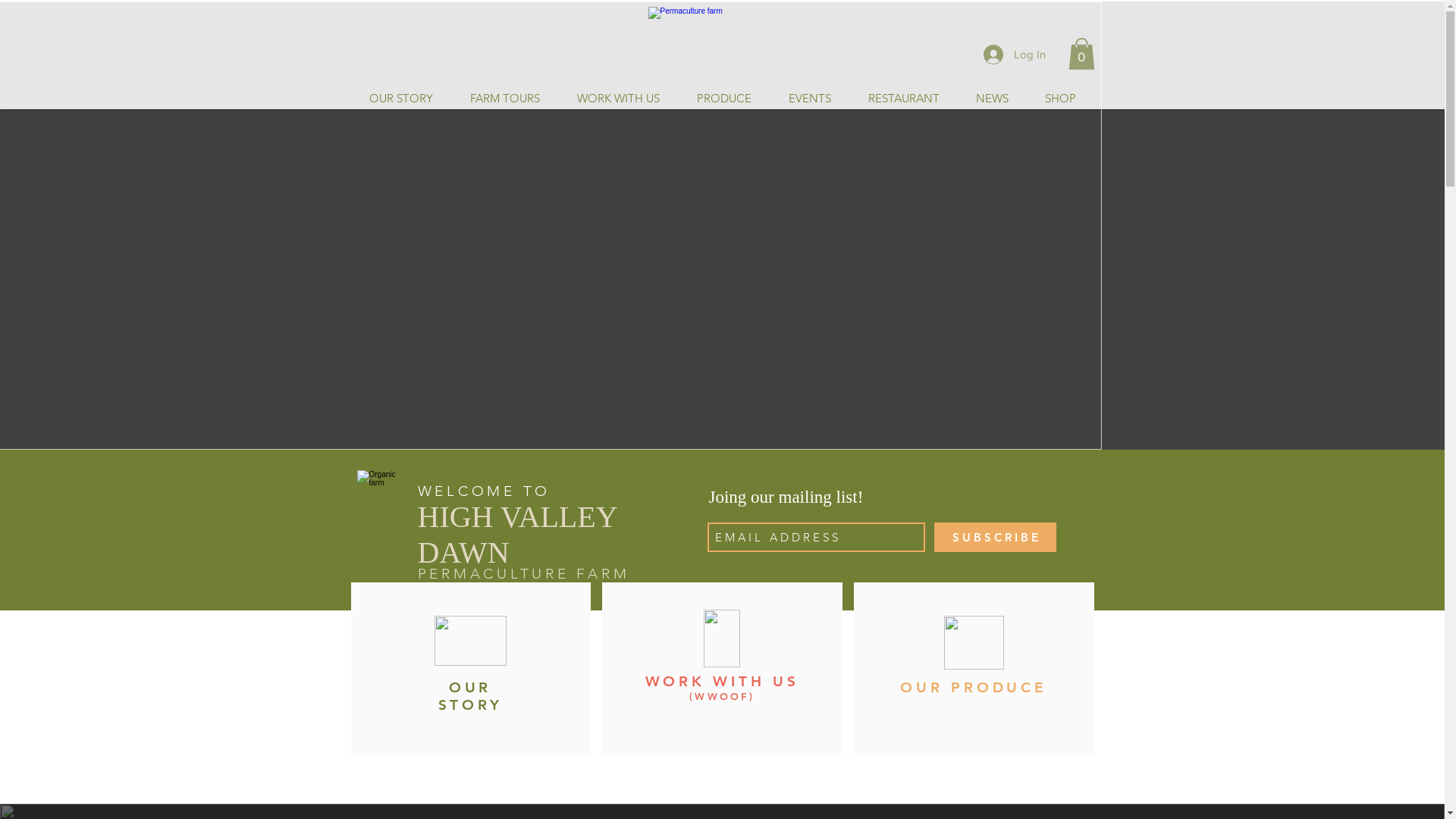 Image resolution: width=1456 pixels, height=819 pixels. I want to click on 'OUR STORY', so click(400, 99).